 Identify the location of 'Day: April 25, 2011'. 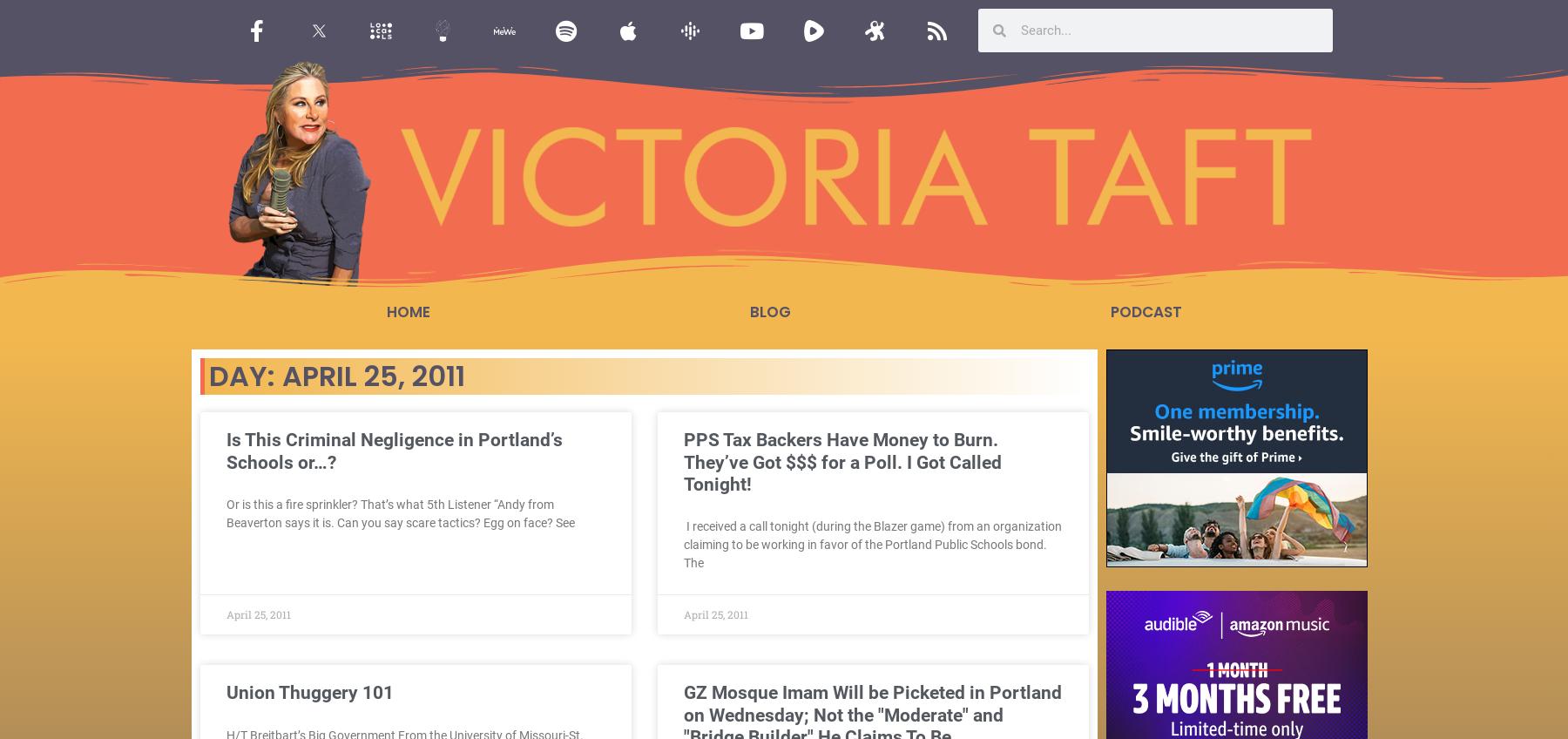
(207, 375).